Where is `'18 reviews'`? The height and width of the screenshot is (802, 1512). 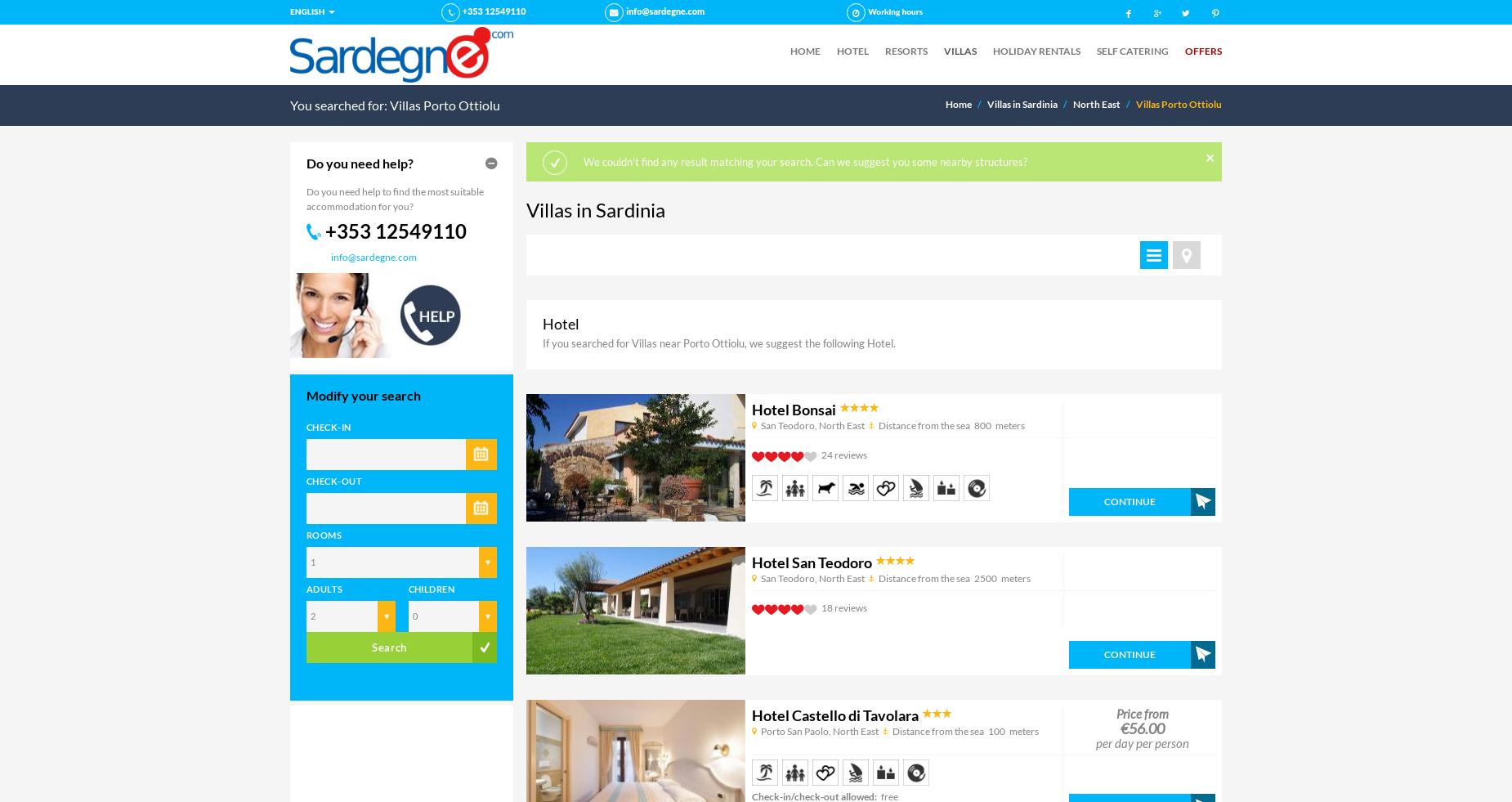
'18 reviews' is located at coordinates (842, 607).